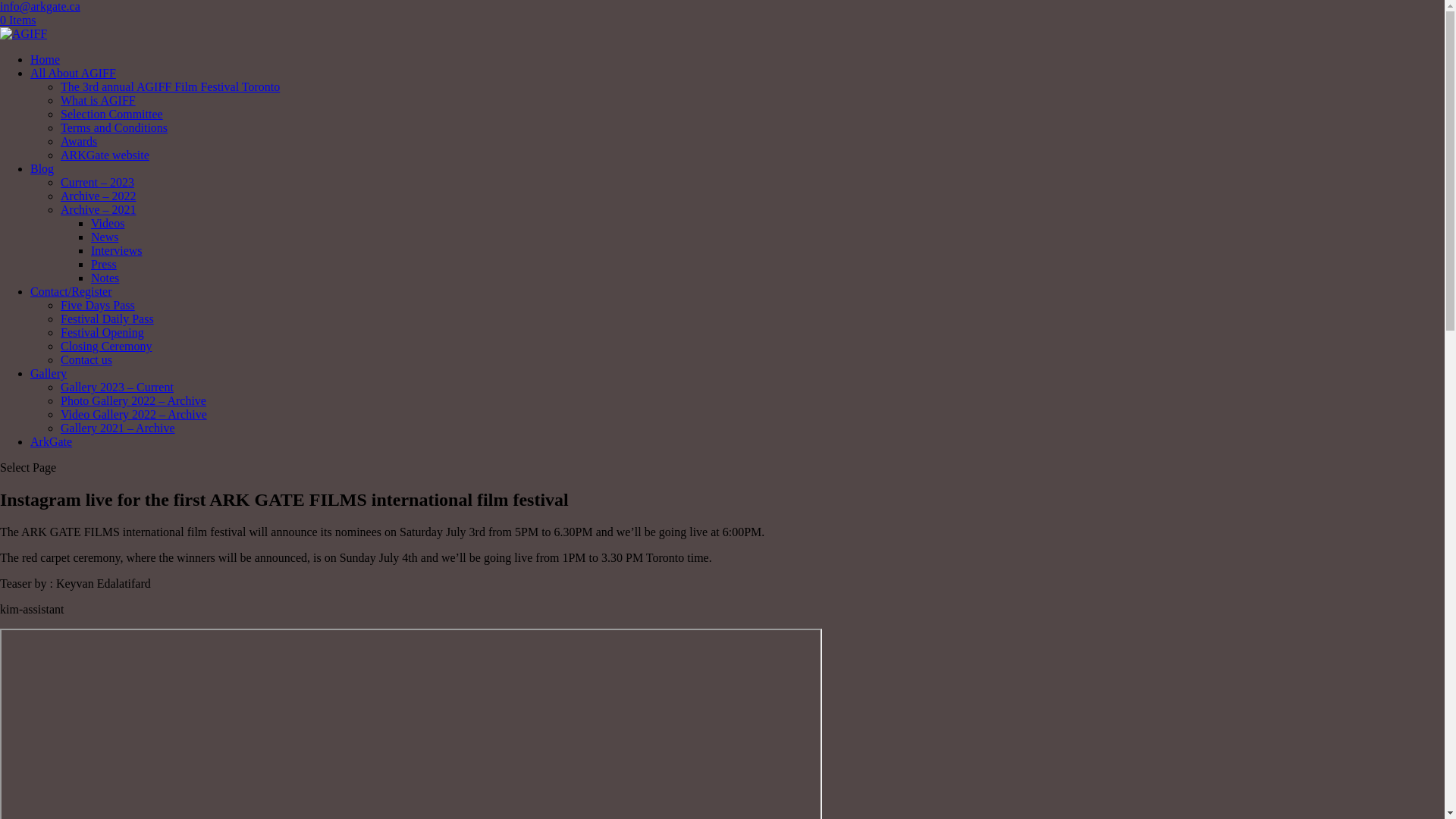 Image resolution: width=1456 pixels, height=819 pixels. Describe the element at coordinates (97, 305) in the screenshot. I see `'Five Days Pass'` at that location.